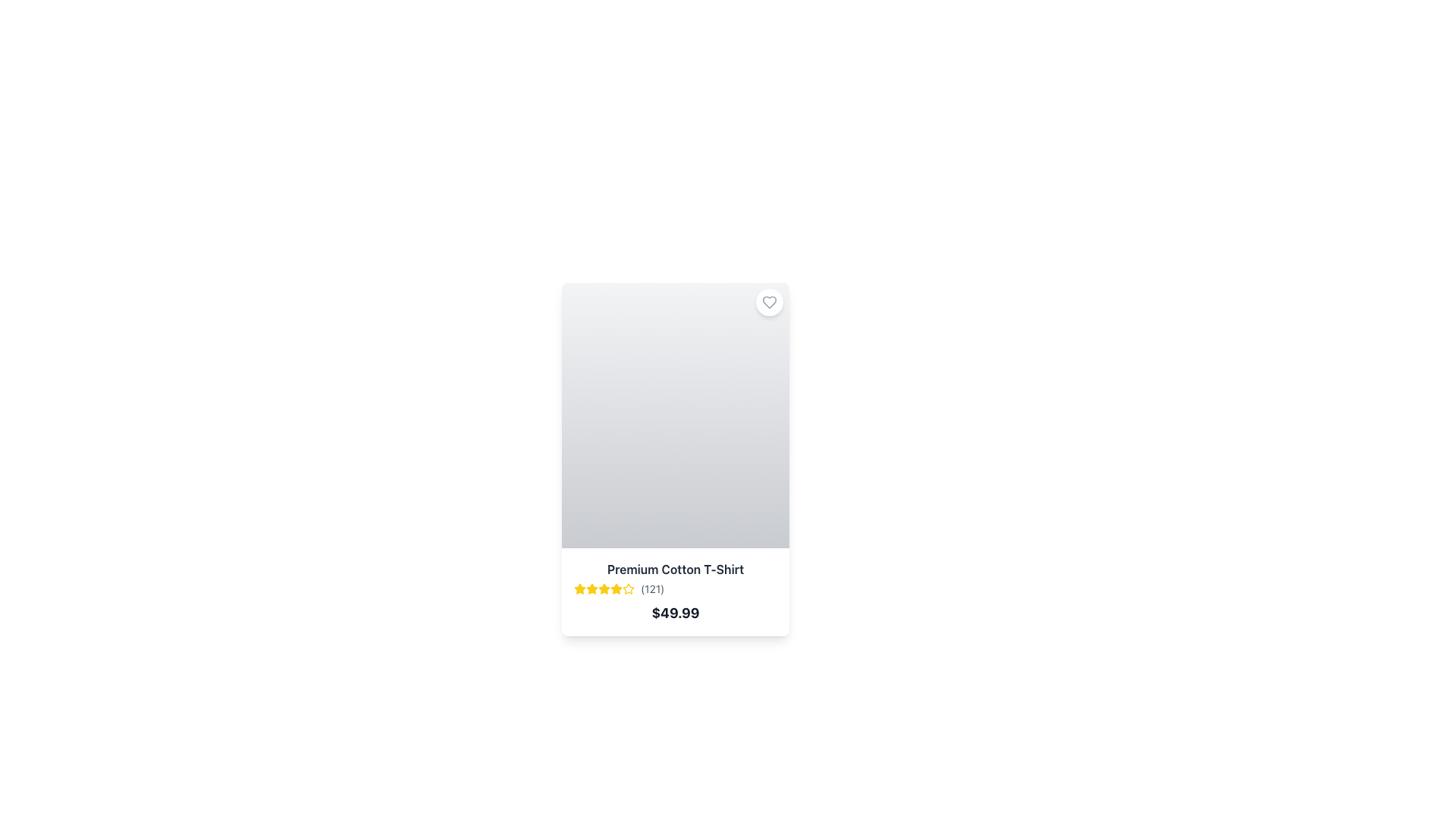 This screenshot has width=1456, height=819. Describe the element at coordinates (769, 302) in the screenshot. I see `the heart icon located at the top-right corner of the card layout to like or favorite it` at that location.